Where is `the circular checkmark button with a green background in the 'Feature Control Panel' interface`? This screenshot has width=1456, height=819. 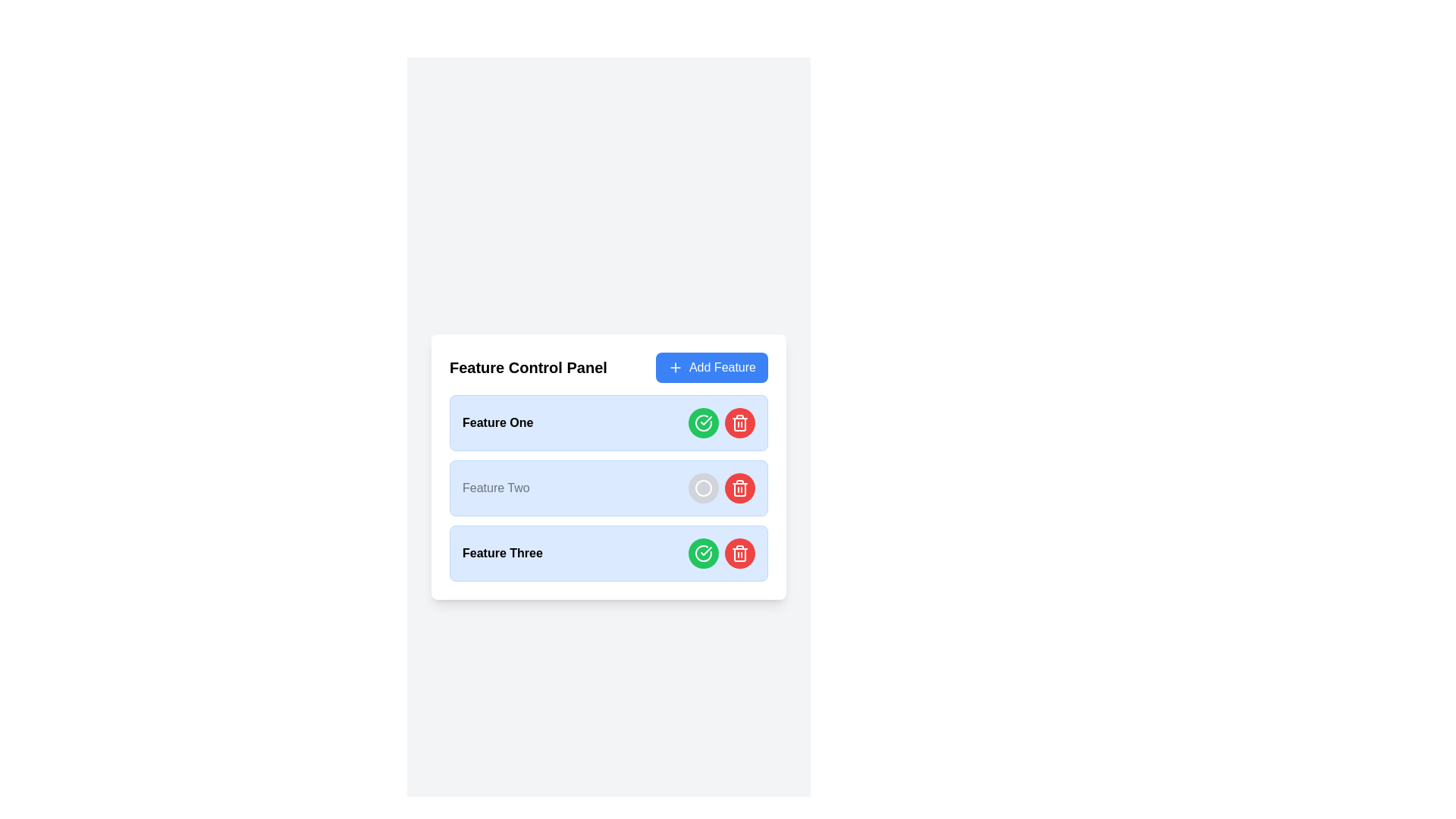
the circular checkmark button with a green background in the 'Feature Control Panel' interface is located at coordinates (702, 553).